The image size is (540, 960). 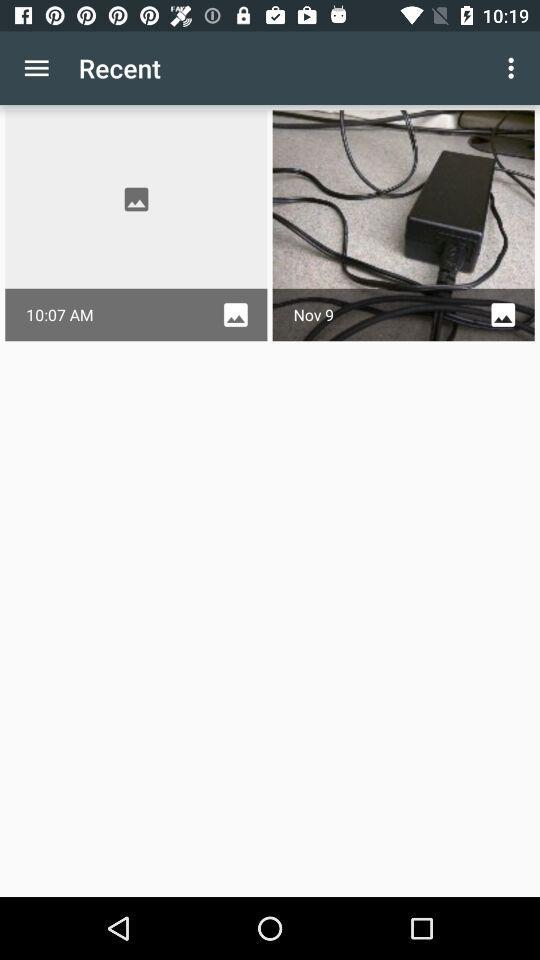 I want to click on the app to the left of recent, so click(x=36, y=68).